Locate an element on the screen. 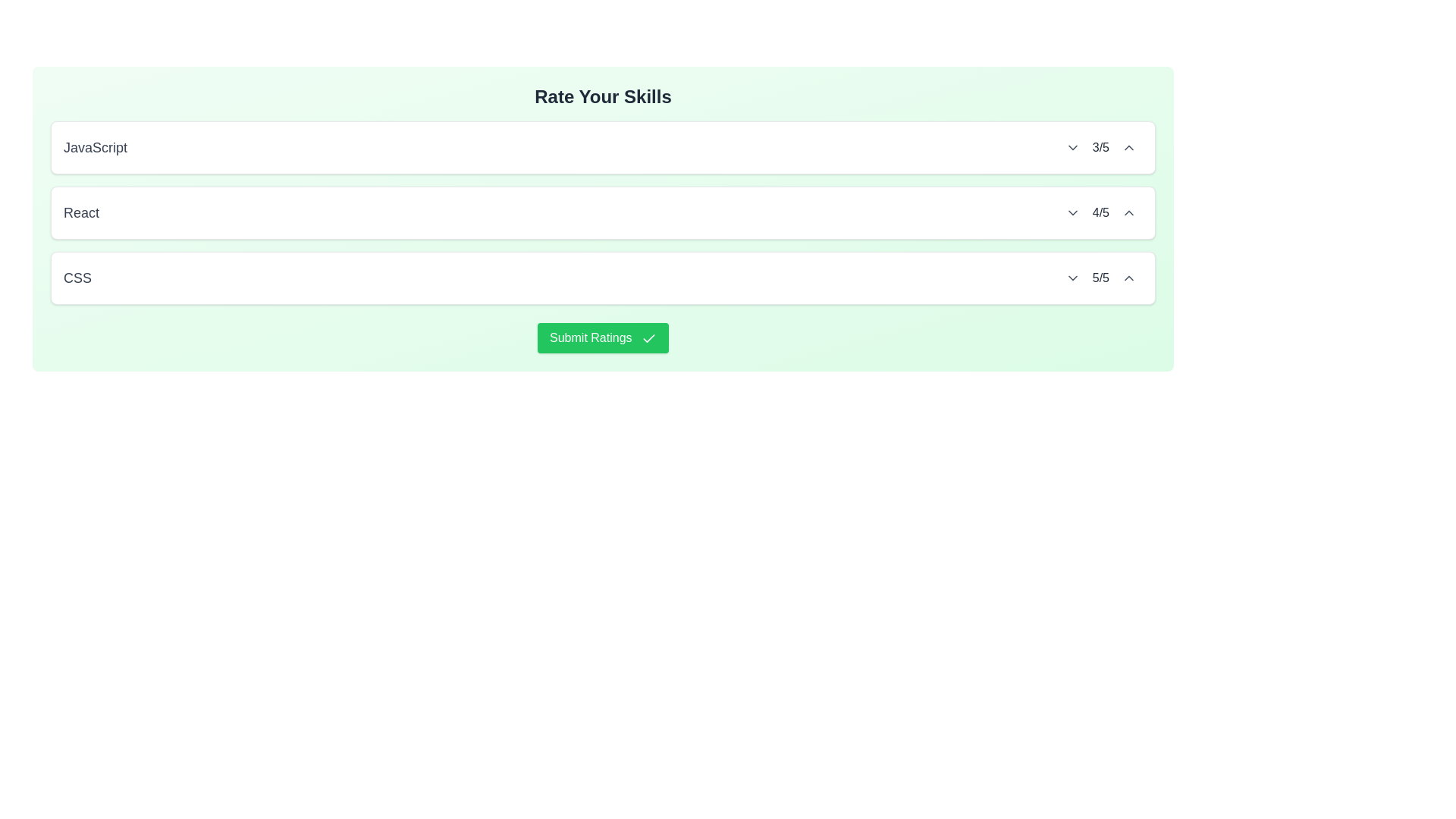 This screenshot has width=1456, height=819. the submit button to finalize ratings is located at coordinates (602, 337).